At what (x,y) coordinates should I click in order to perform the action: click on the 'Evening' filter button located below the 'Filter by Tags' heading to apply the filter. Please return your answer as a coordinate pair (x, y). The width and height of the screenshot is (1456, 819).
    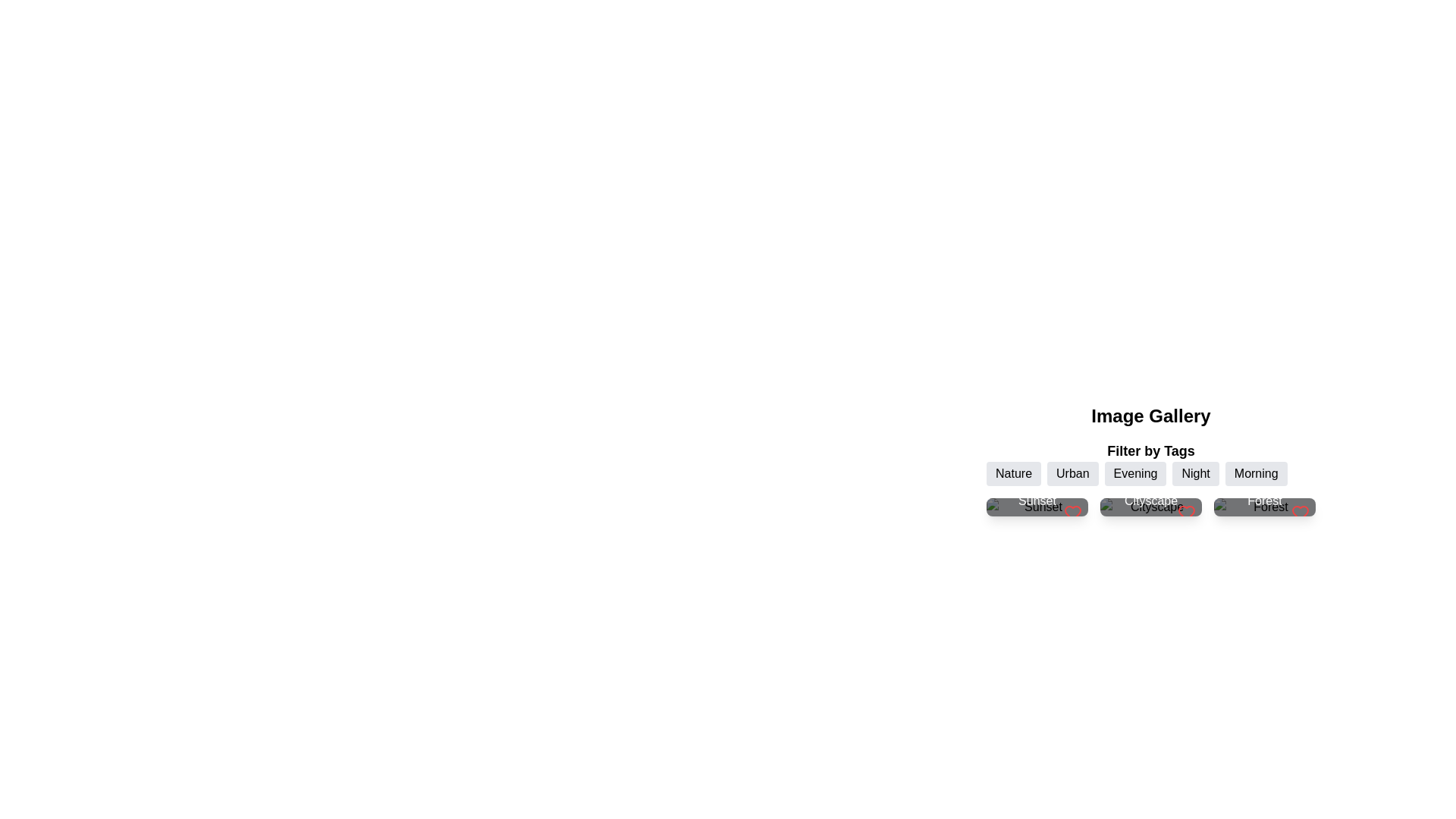
    Looking at the image, I should click on (1150, 472).